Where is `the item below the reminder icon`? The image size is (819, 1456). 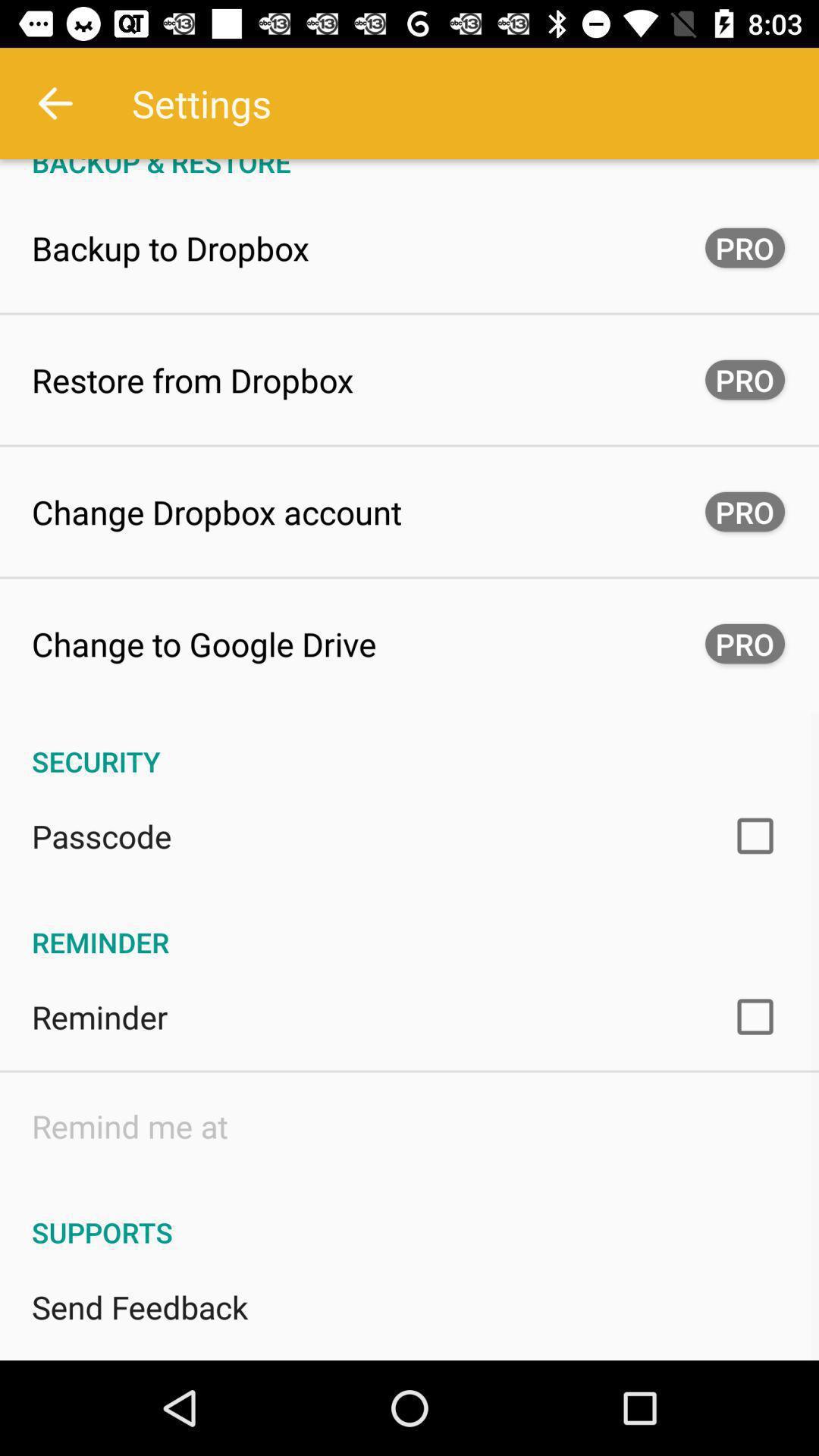 the item below the reminder icon is located at coordinates (129, 1125).